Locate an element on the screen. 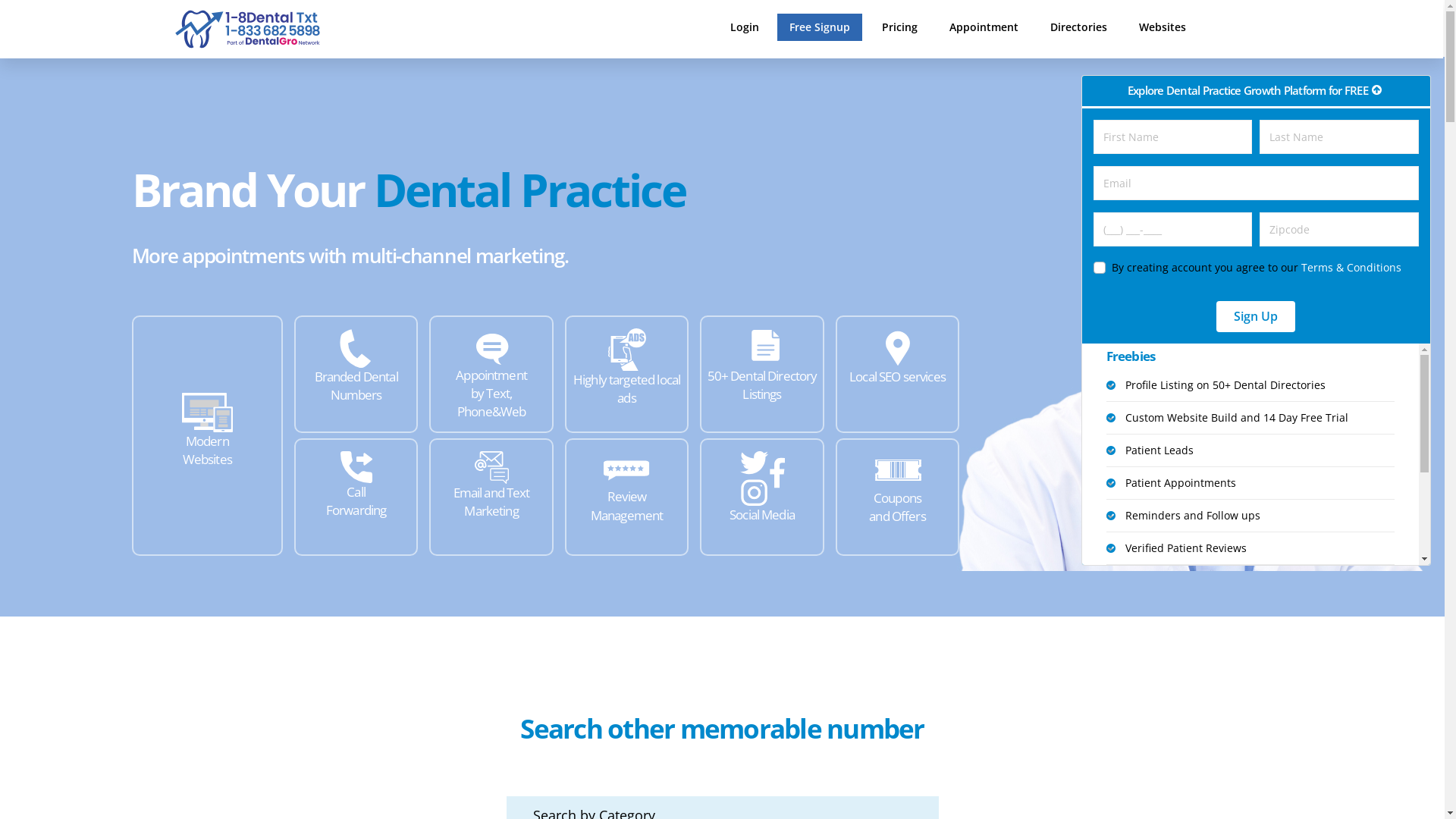 Image resolution: width=1456 pixels, height=819 pixels. 'Explore Dental Practice Growth Platform for FREE' is located at coordinates (1256, 90).